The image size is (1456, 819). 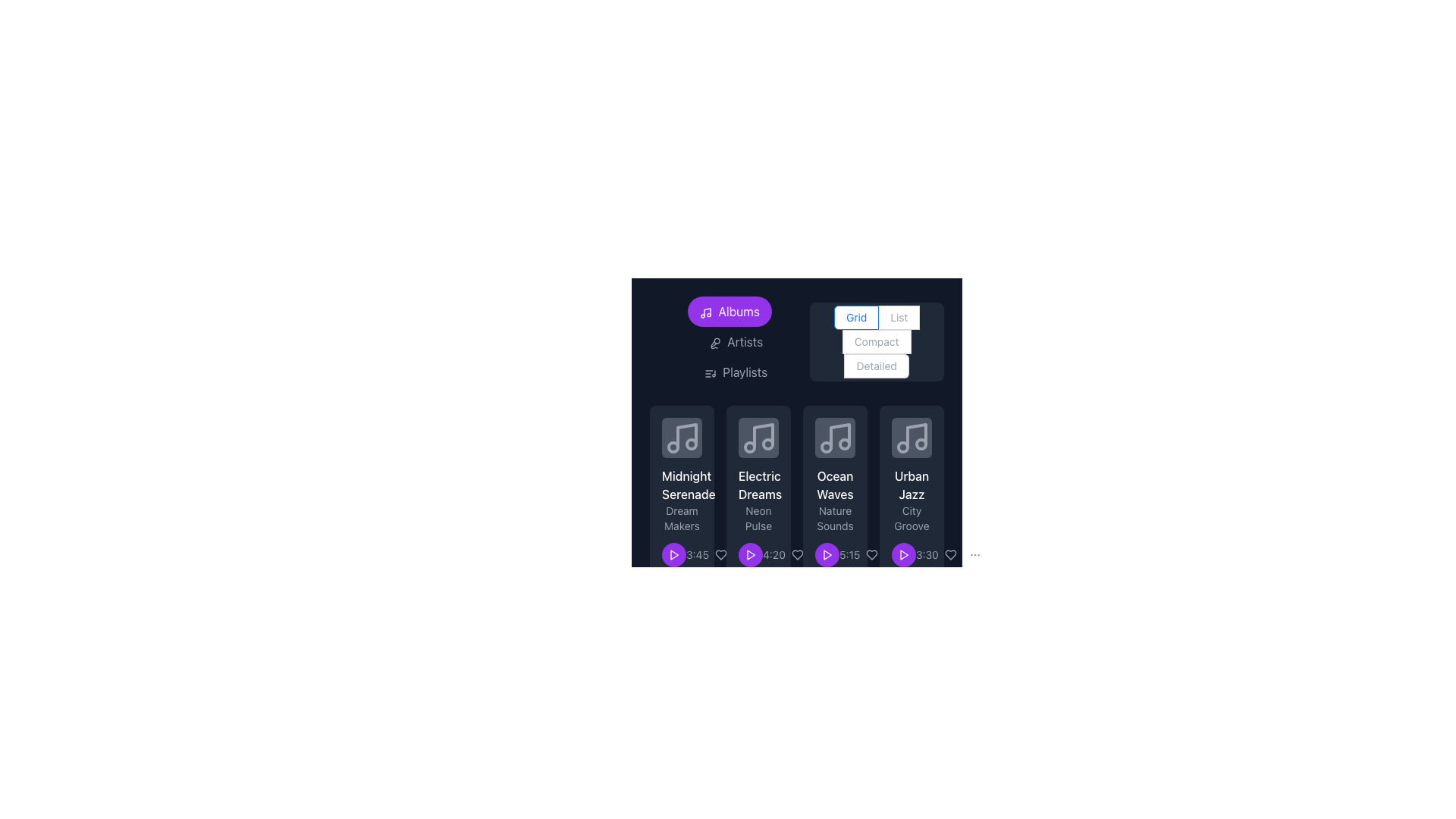 I want to click on the heart-shaped icon located at the bottom section of the rightmost card, right of the purple play button and time display, so click(x=796, y=555).